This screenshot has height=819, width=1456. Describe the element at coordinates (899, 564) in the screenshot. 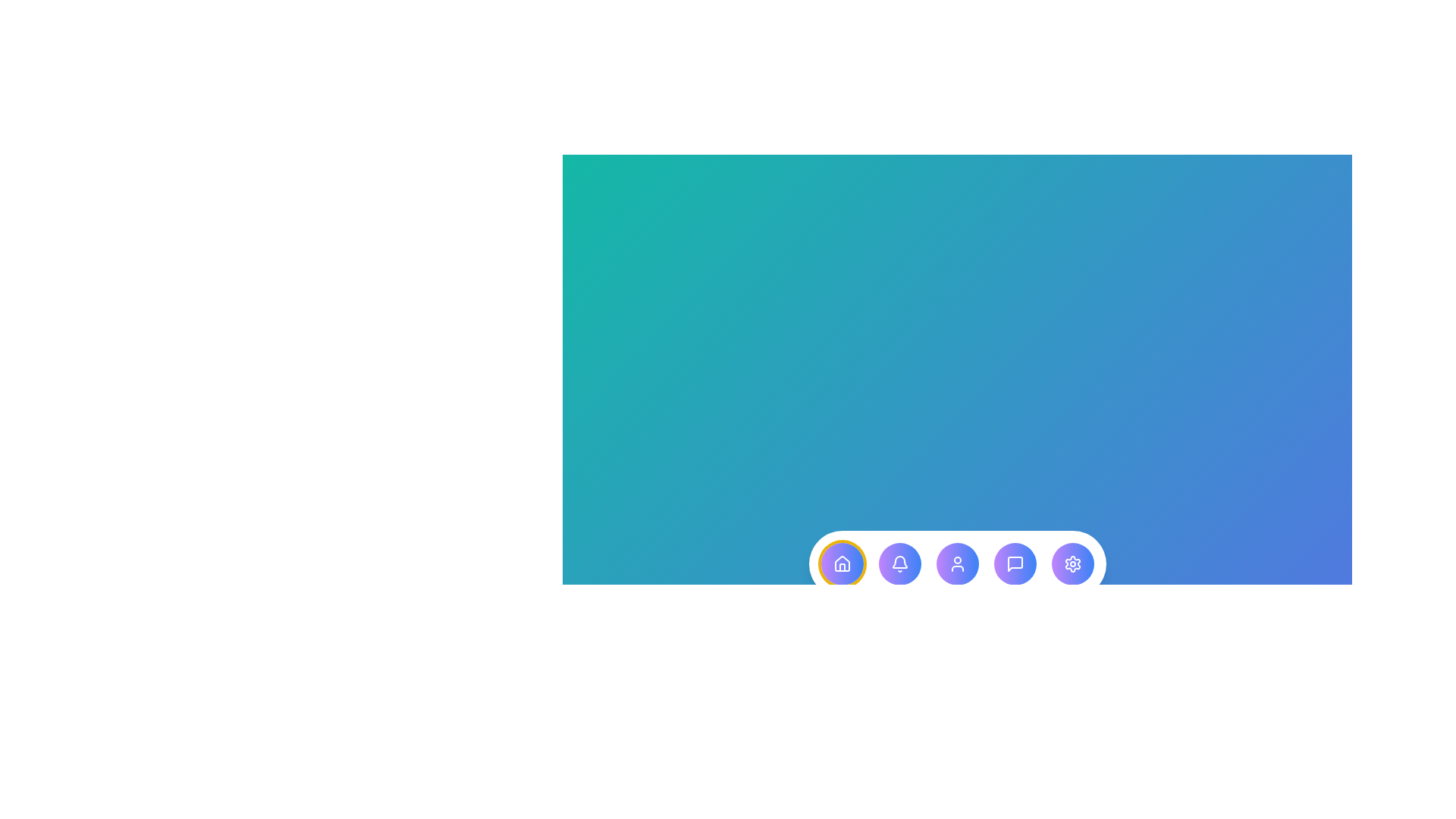

I see `the menu item Notification to view its description` at that location.